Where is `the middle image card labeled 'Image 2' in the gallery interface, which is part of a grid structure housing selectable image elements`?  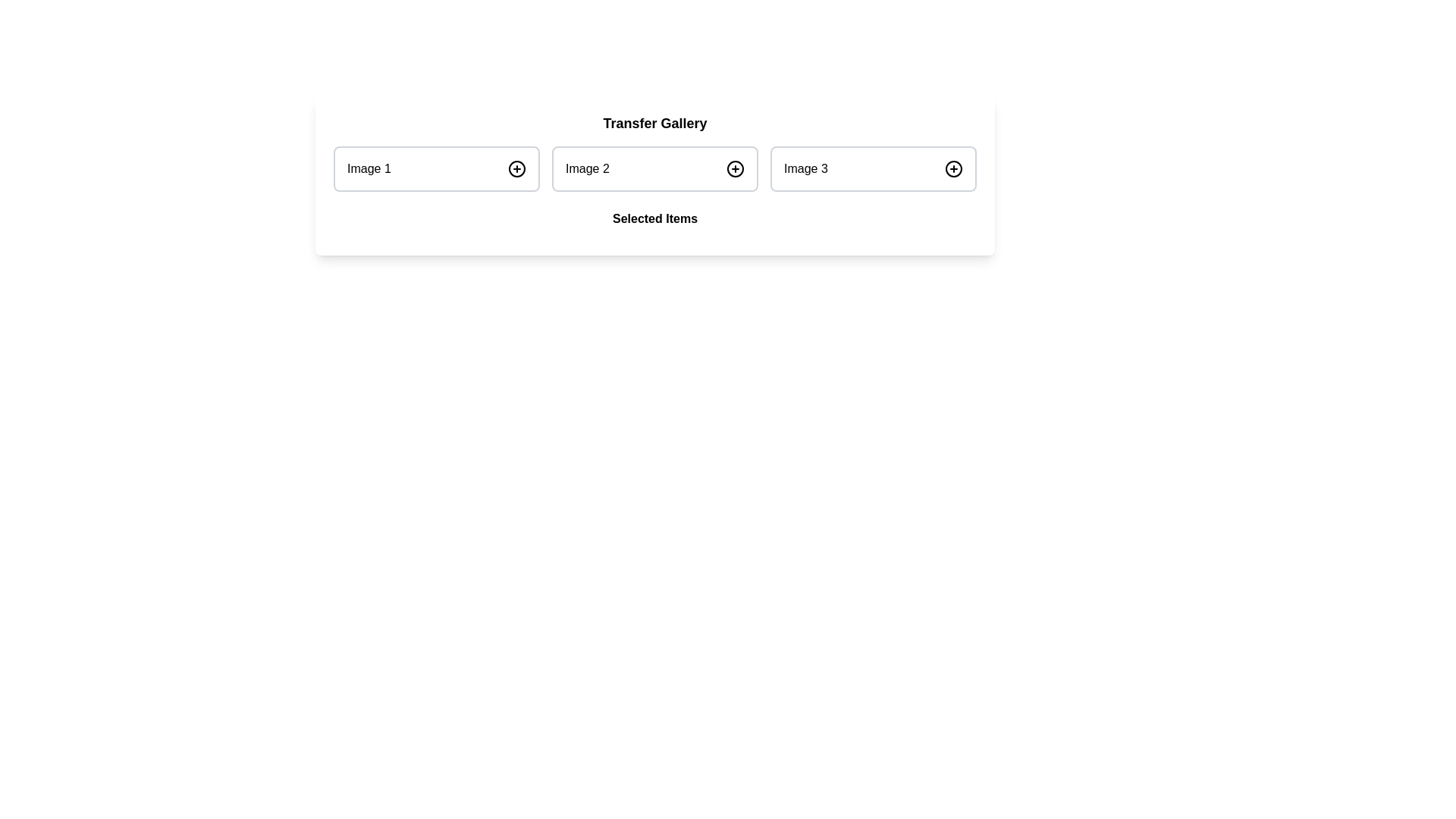 the middle image card labeled 'Image 2' in the gallery interface, which is part of a grid structure housing selectable image elements is located at coordinates (655, 174).